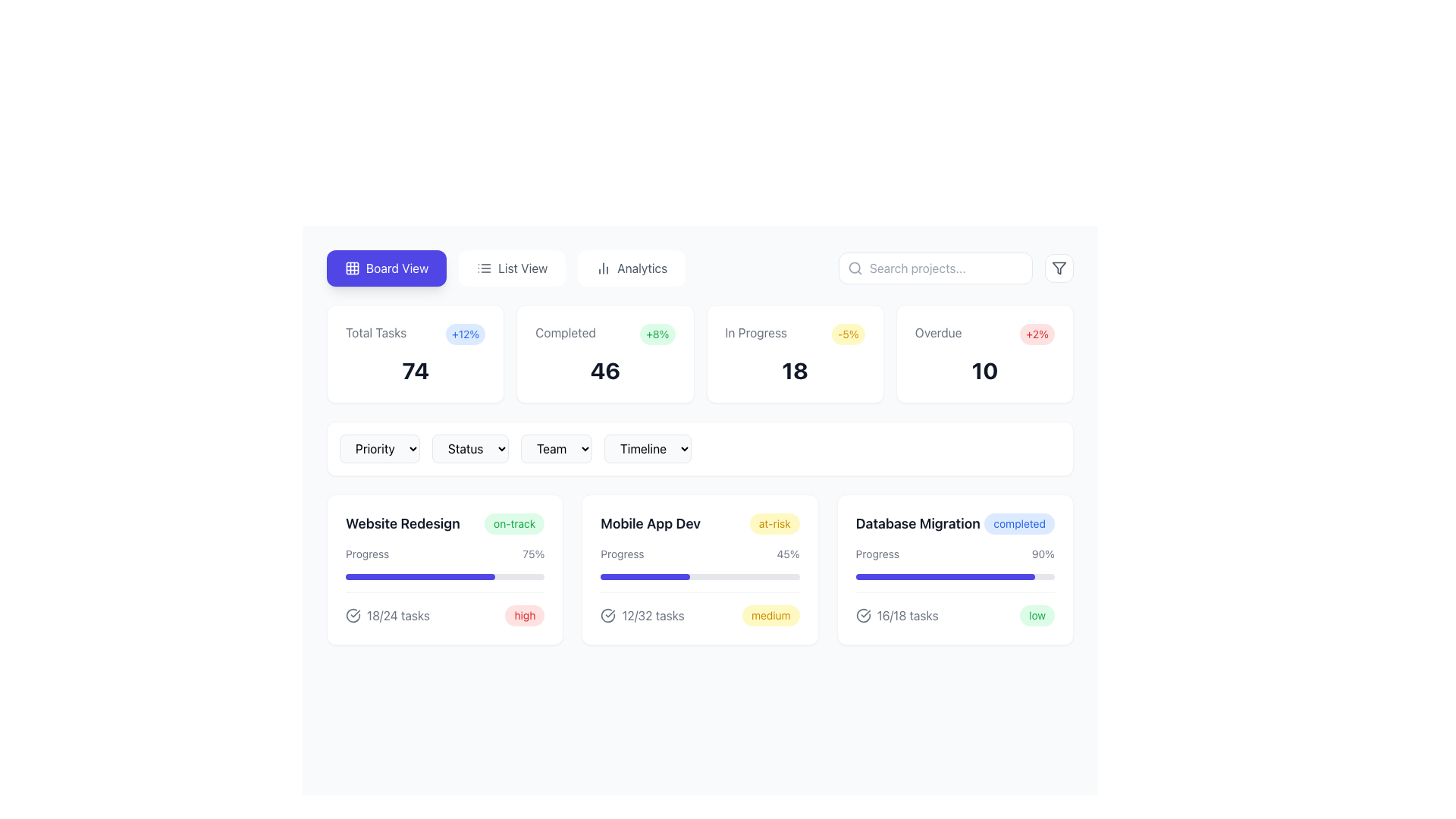 This screenshot has width=1456, height=819. I want to click on the static text label displaying the current progress percentage for the 'Mobile App Dev' project, located to the right of the 'Progress' text within the project card, so click(788, 554).